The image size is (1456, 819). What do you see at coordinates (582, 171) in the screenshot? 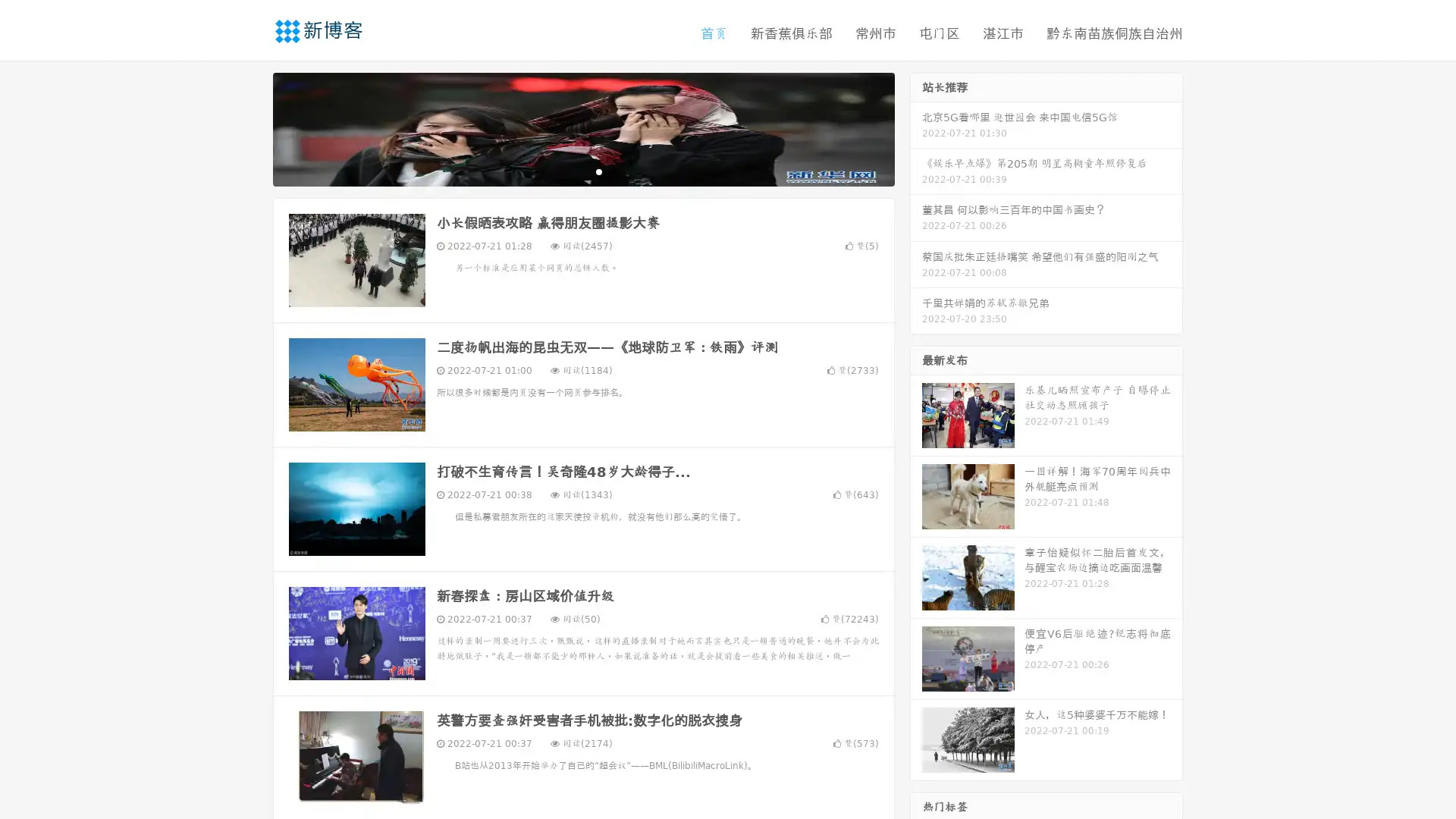
I see `Go to slide 2` at bounding box center [582, 171].